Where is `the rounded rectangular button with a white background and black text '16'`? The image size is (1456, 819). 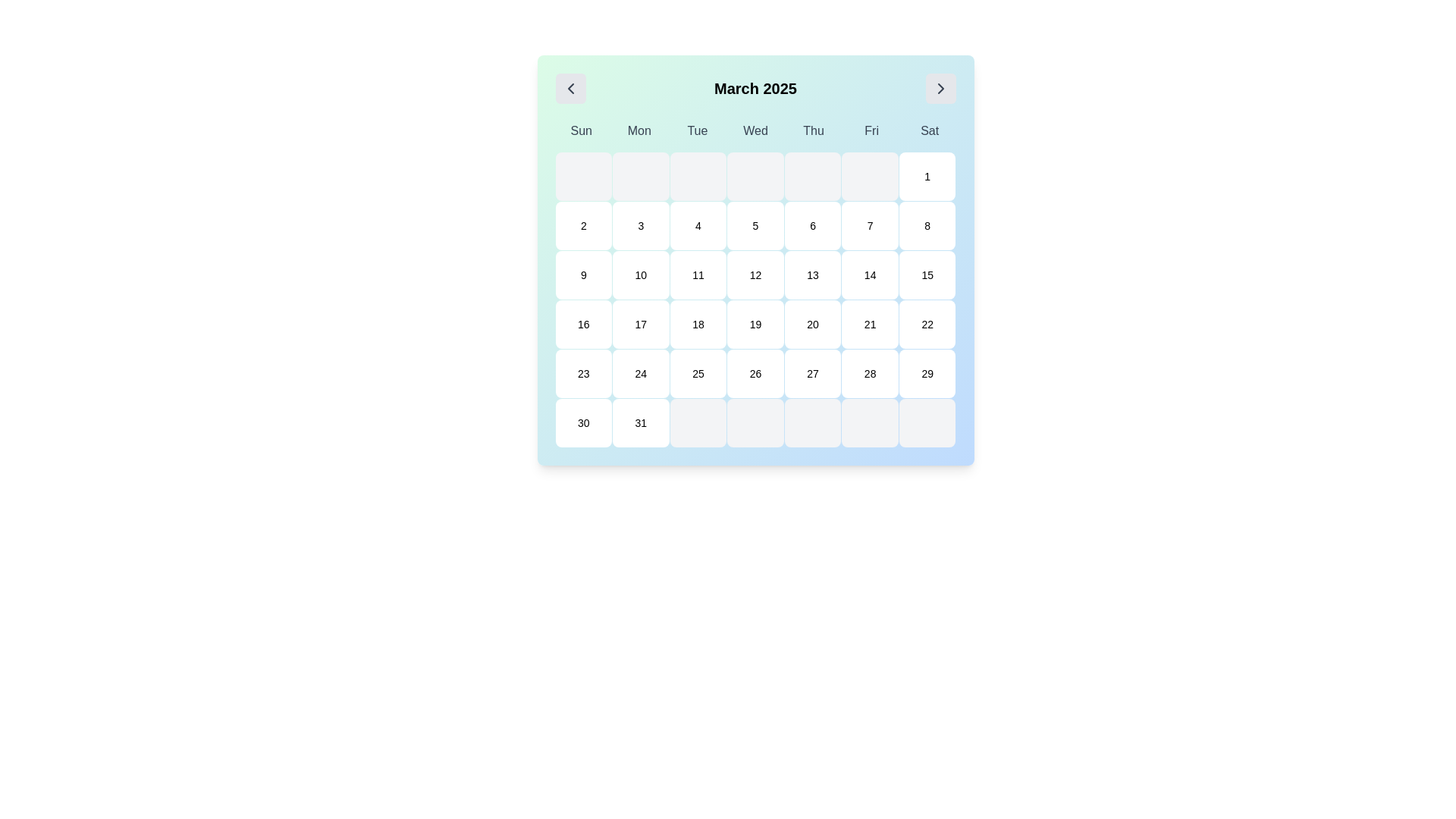
the rounded rectangular button with a white background and black text '16' is located at coordinates (582, 324).